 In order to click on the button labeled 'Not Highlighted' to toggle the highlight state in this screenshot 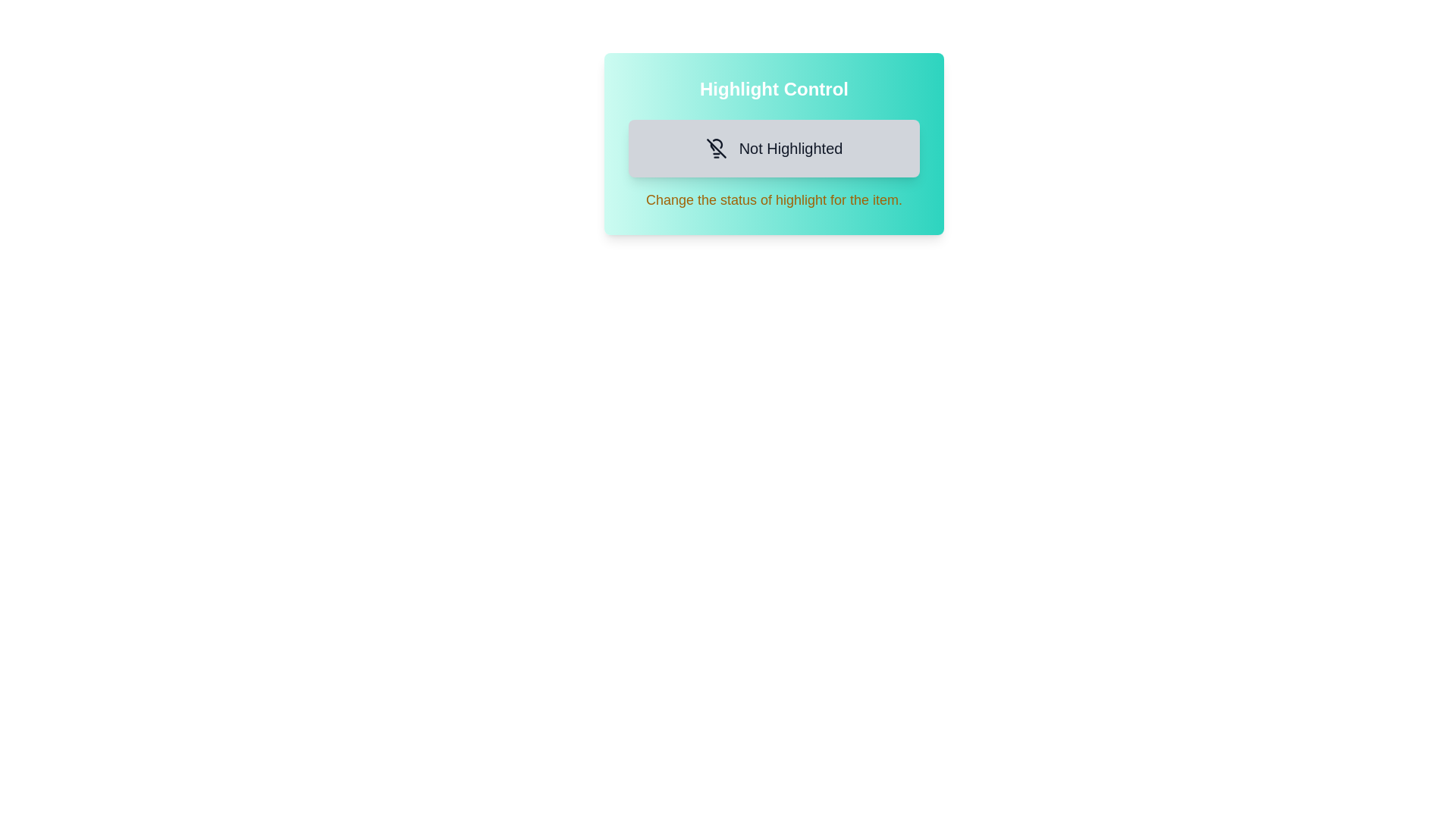, I will do `click(774, 149)`.